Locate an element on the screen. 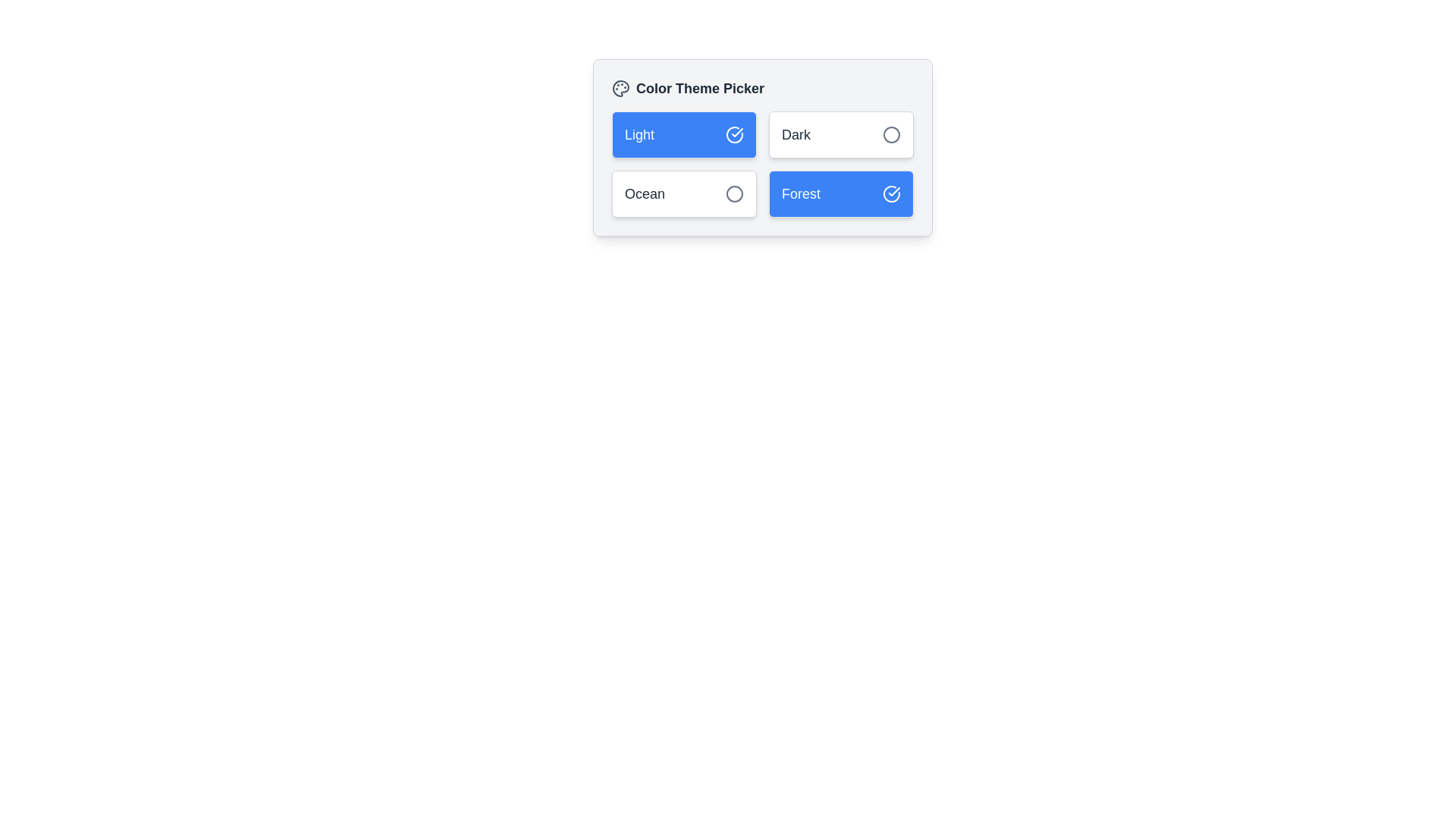  the button labeled Light to observe visual feedback is located at coordinates (683, 133).